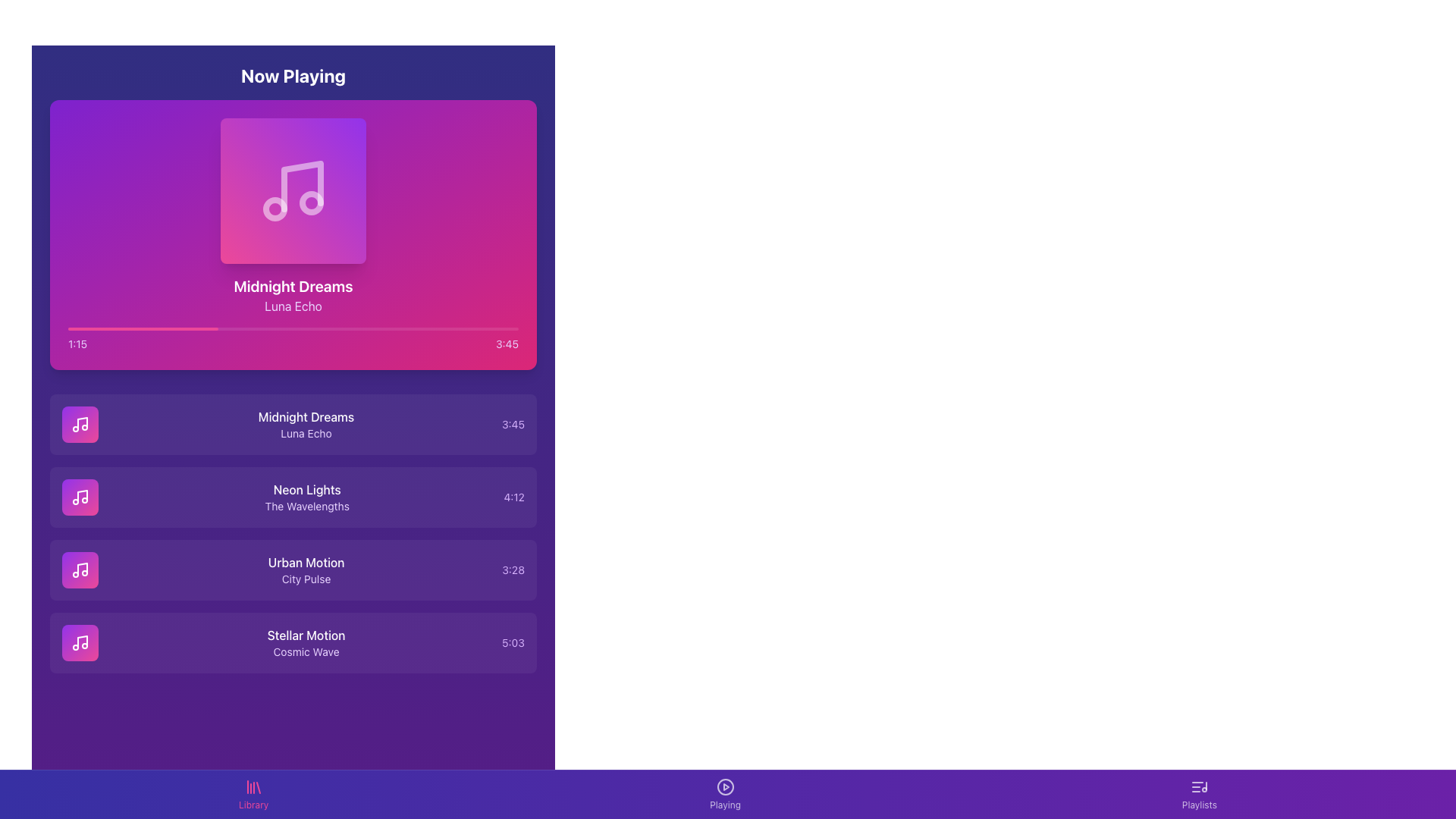 The image size is (1456, 819). Describe the element at coordinates (253, 786) in the screenshot. I see `the library icon in the bottom-left corner of the navigation bar` at that location.